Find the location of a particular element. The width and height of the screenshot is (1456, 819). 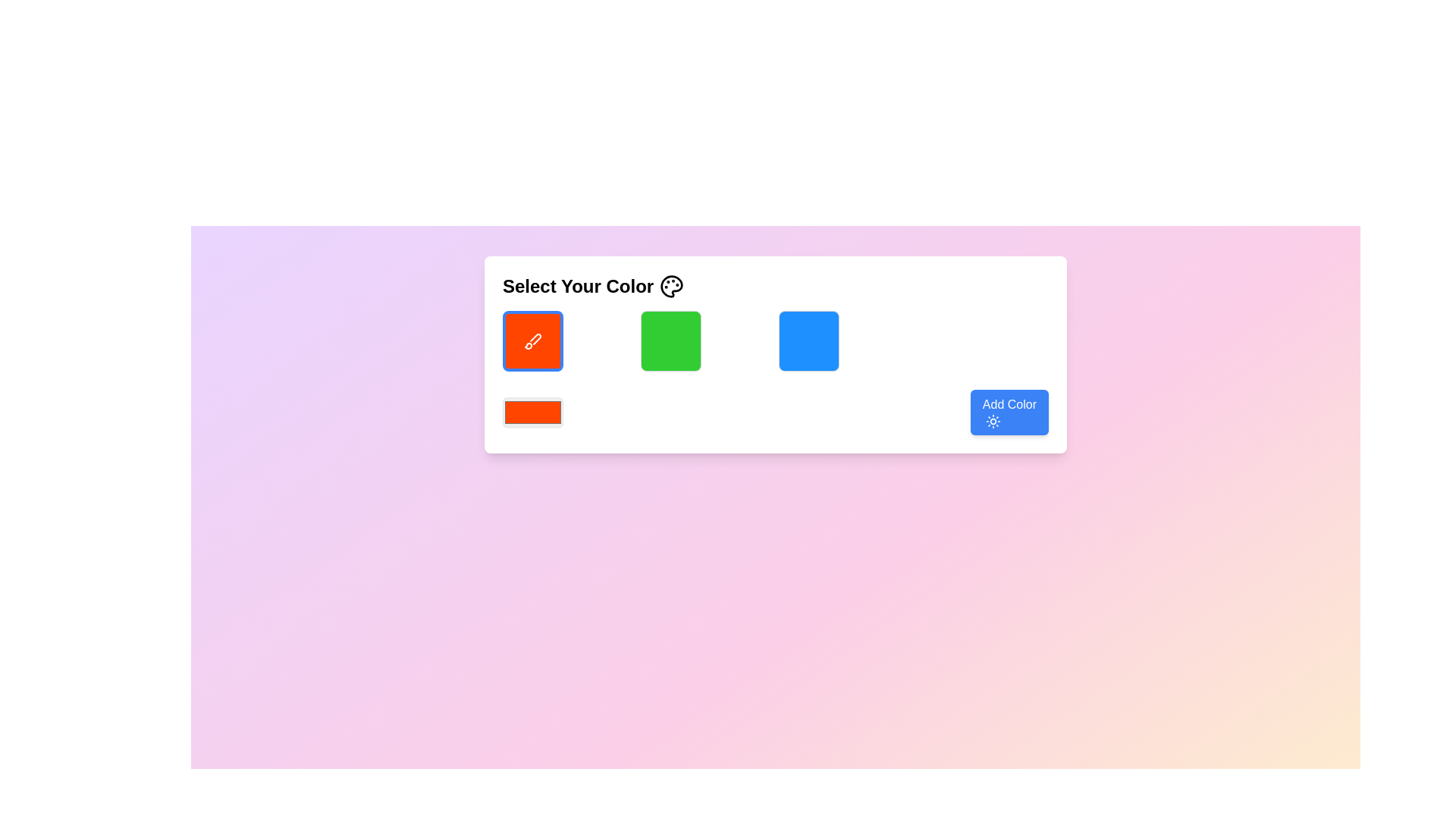

the sun-shaped icon with rays extending outward, which is positioned to the left of the 'Add Color' button is located at coordinates (993, 421).